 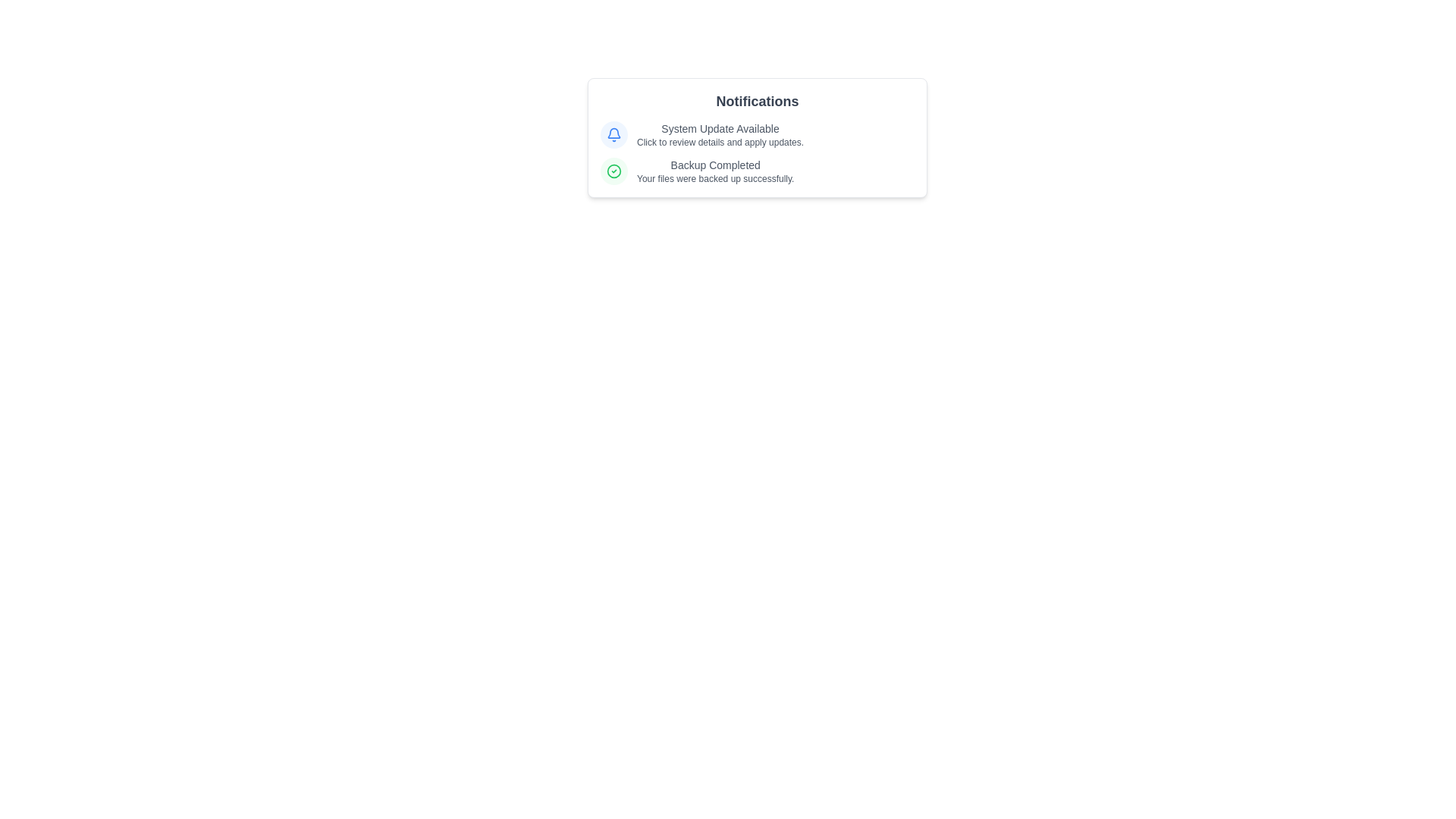 I want to click on the first notification in the Notifications card that alerts the user about a system update, so click(x=757, y=133).